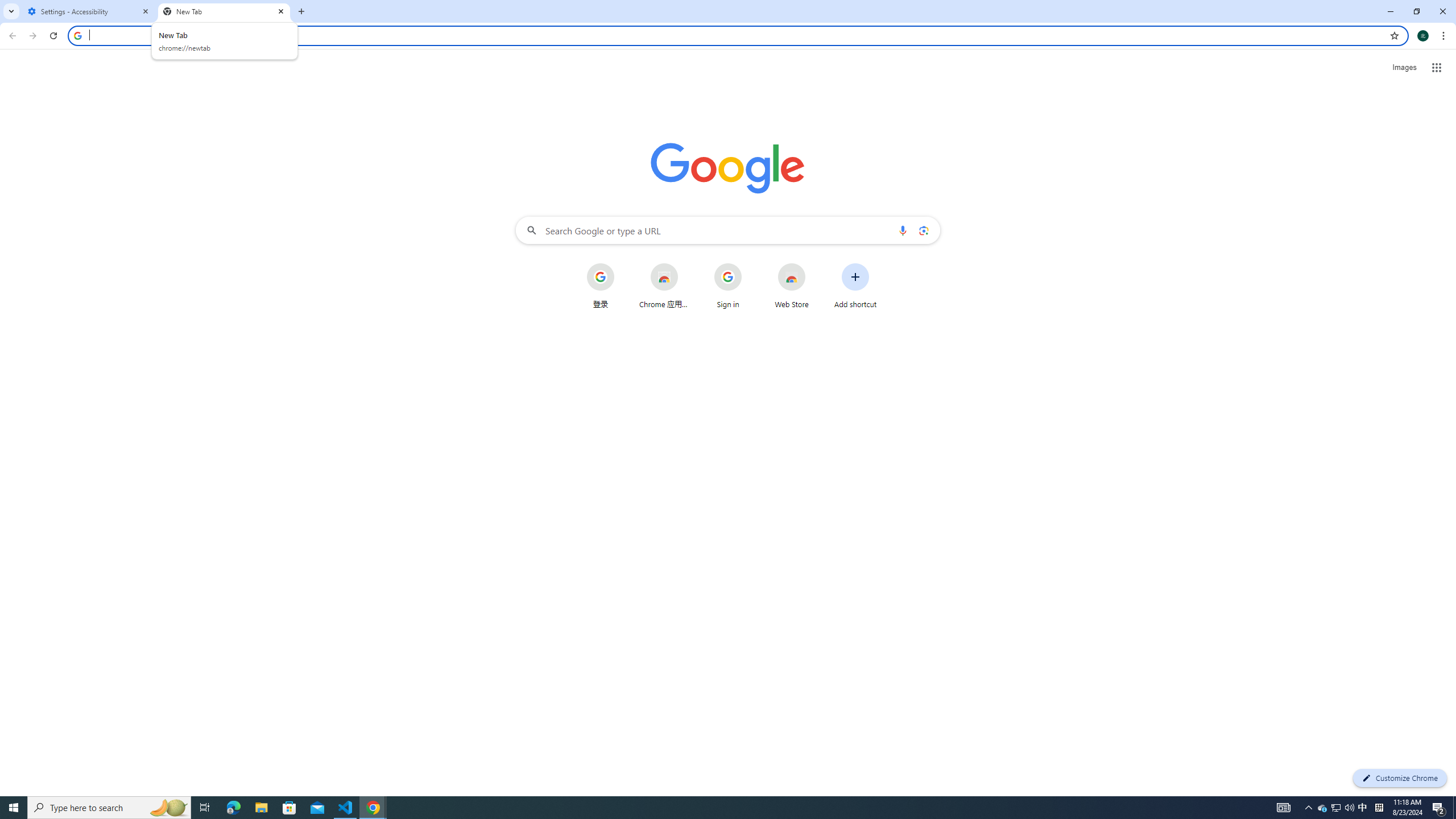 Image resolution: width=1456 pixels, height=819 pixels. What do you see at coordinates (814, 264) in the screenshot?
I see `'More actions for Web Store shortcut'` at bounding box center [814, 264].